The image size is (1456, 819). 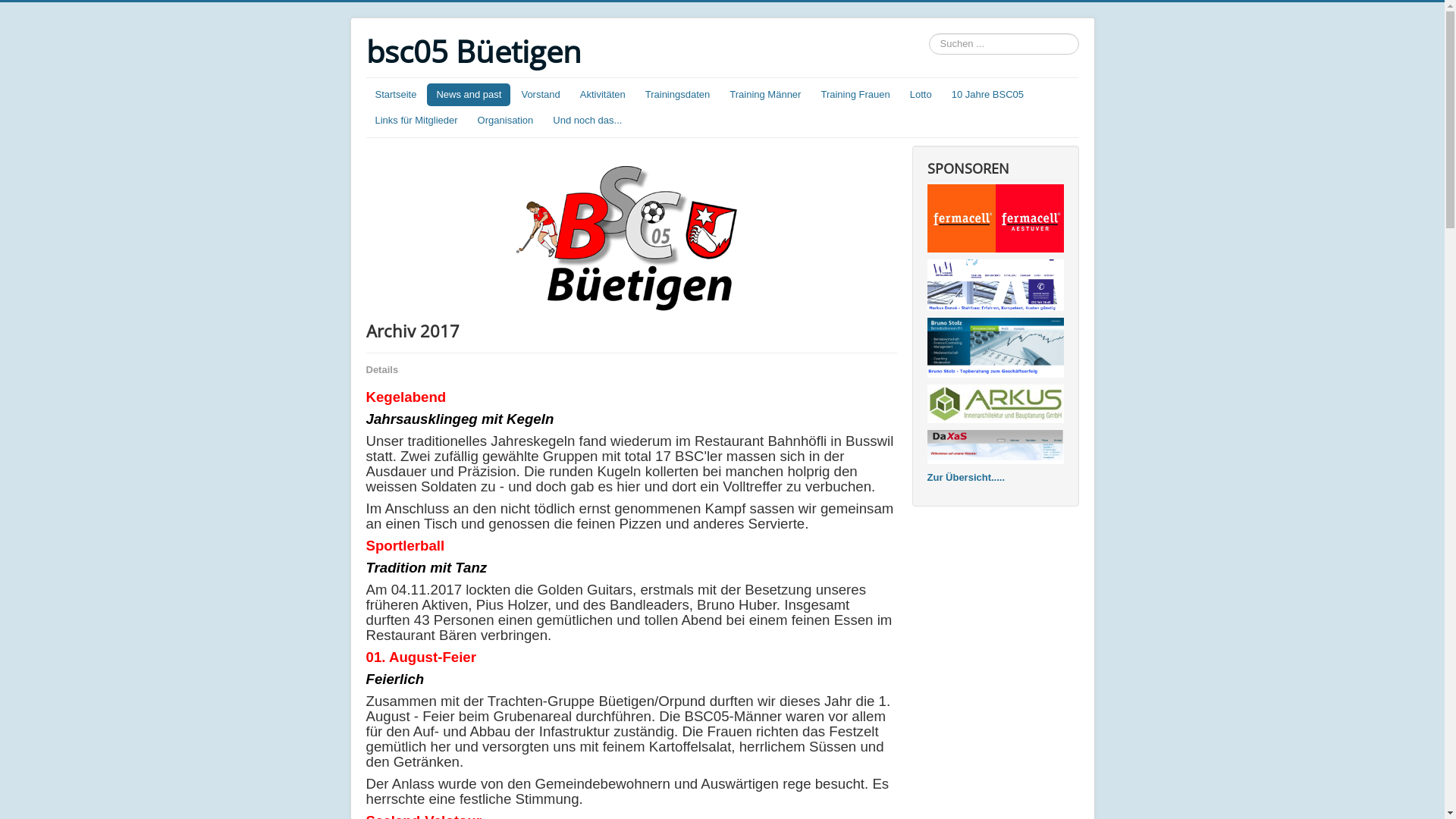 I want to click on 'Lotto', so click(x=920, y=94).